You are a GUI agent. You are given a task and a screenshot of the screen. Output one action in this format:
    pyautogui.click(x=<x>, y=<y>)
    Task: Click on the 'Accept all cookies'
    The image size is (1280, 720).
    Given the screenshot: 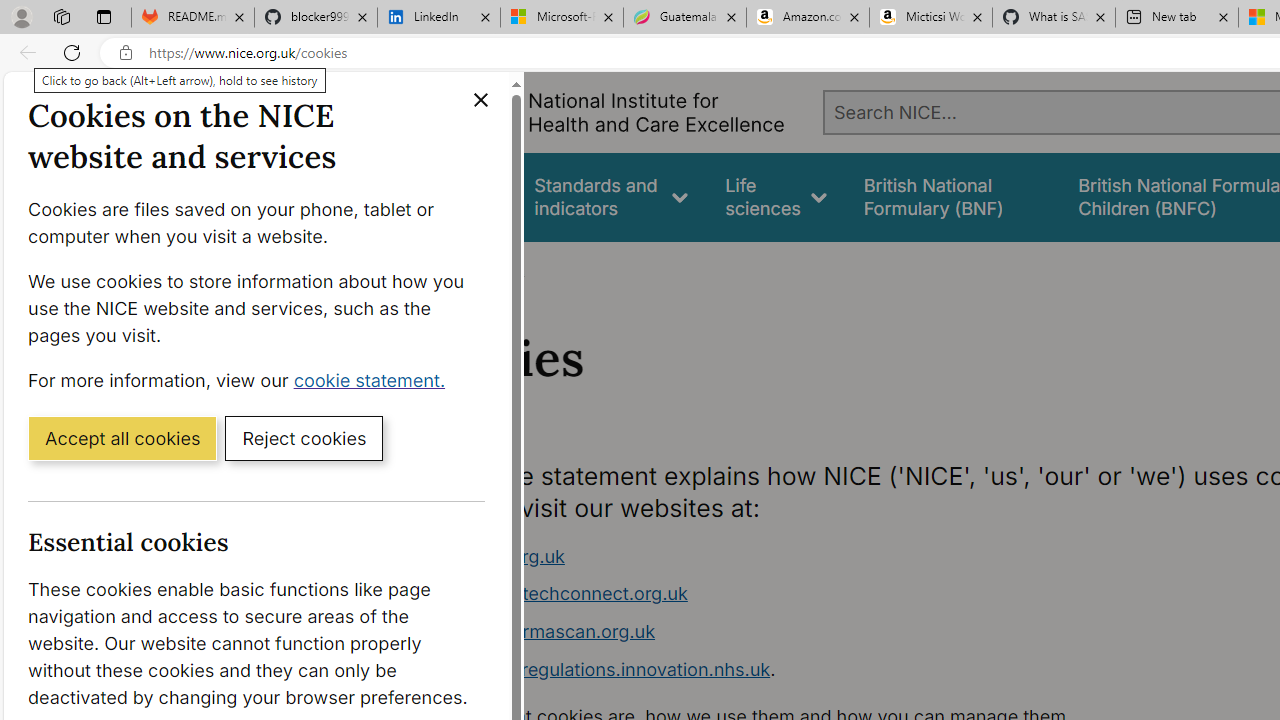 What is the action you would take?
    pyautogui.click(x=121, y=436)
    